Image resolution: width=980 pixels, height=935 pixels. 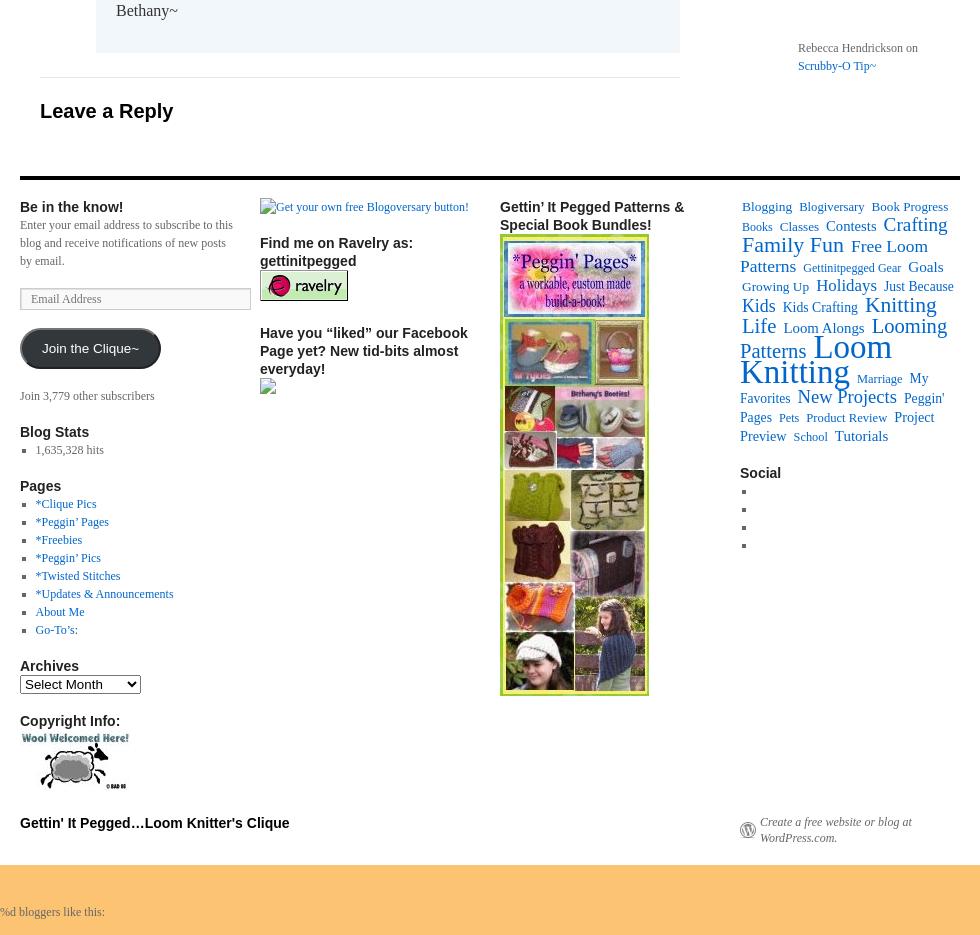 What do you see at coordinates (852, 266) in the screenshot?
I see `'Gettinitpegged Gear'` at bounding box center [852, 266].